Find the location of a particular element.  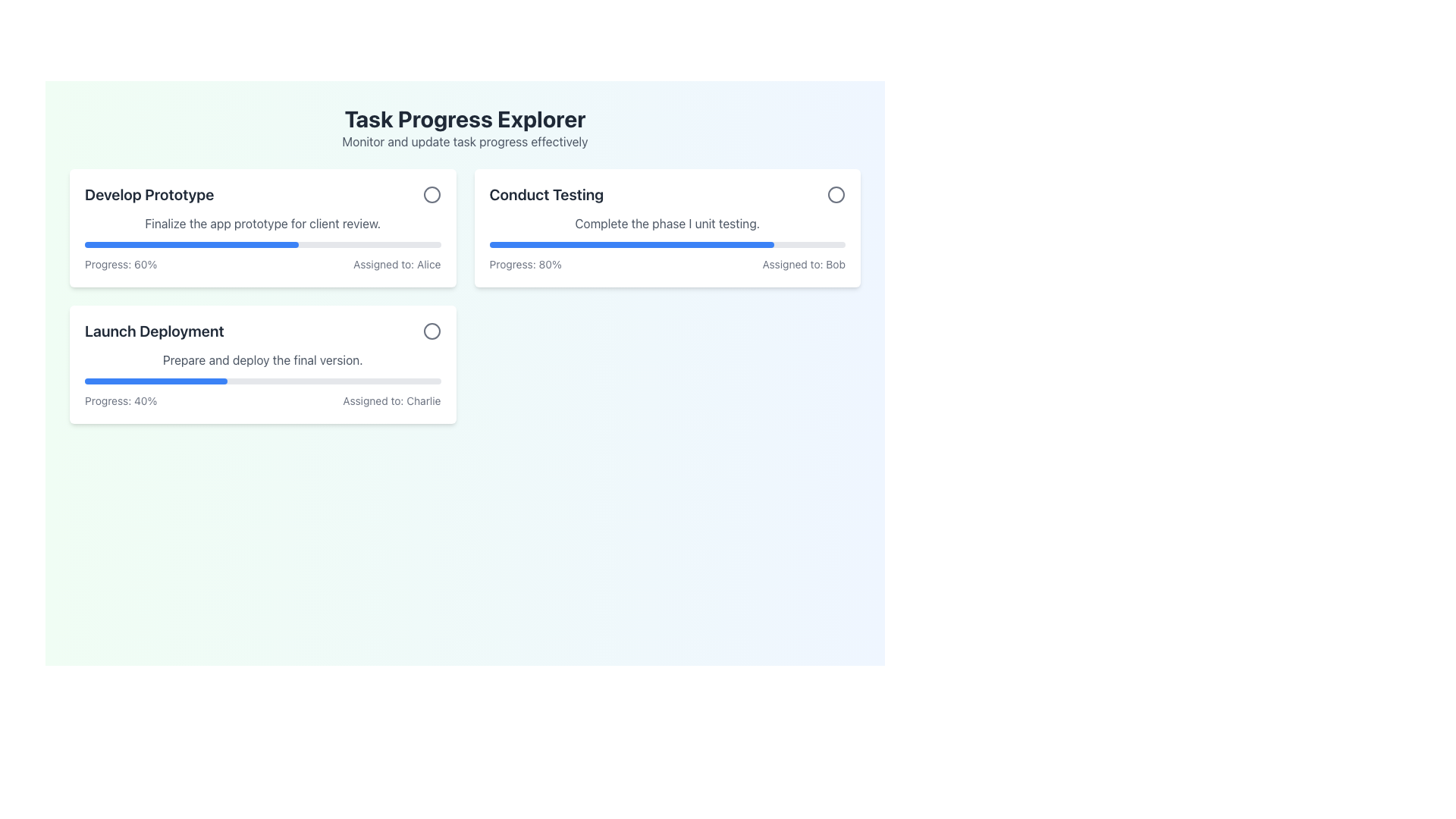

the progress tracker card for the task 'Launch Deployment', located in the bottom-left segment of the grid layout is located at coordinates (262, 365).